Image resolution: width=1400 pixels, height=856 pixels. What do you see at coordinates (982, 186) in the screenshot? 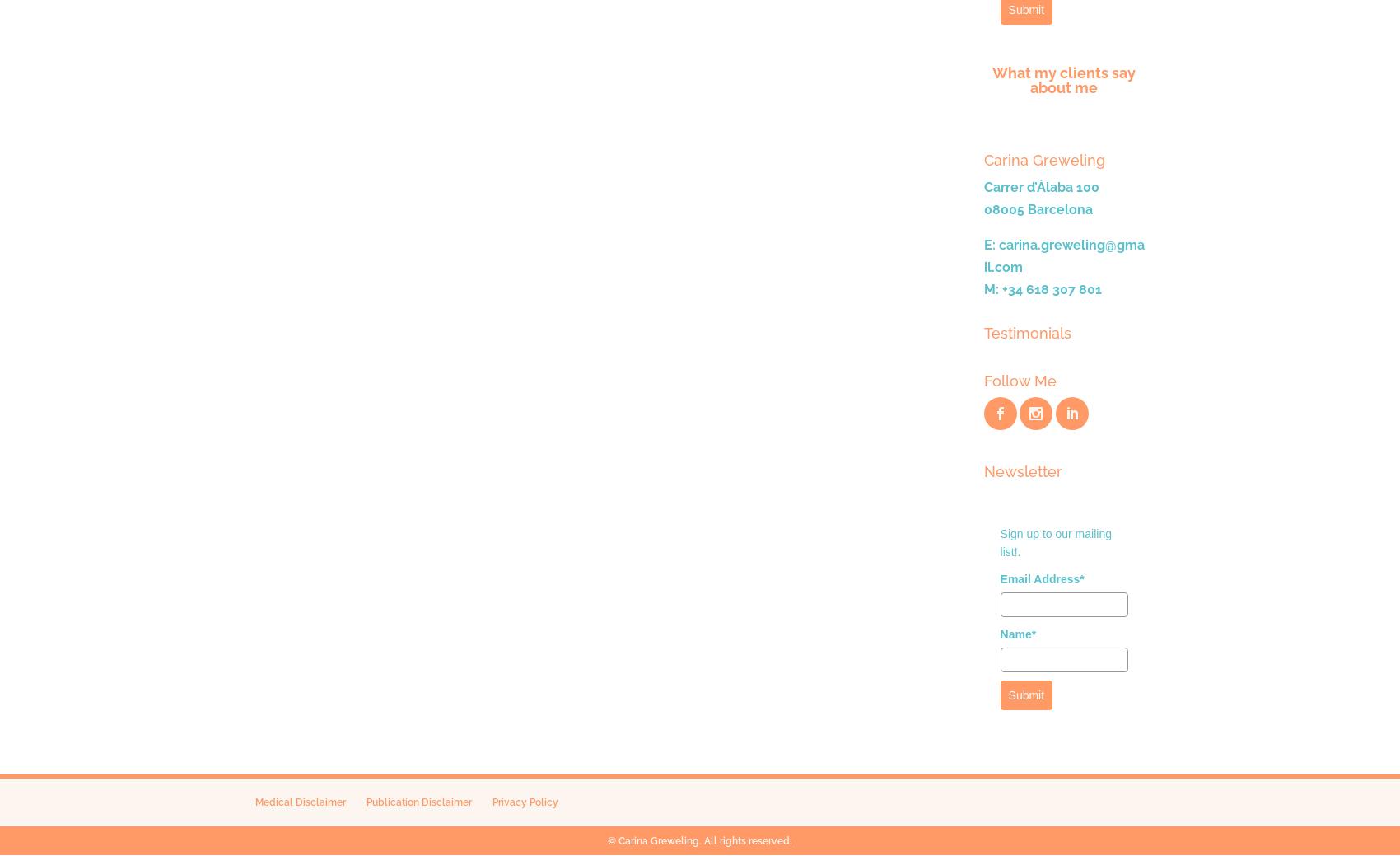
I see `'Carrer d’Àlaba 100'` at bounding box center [982, 186].